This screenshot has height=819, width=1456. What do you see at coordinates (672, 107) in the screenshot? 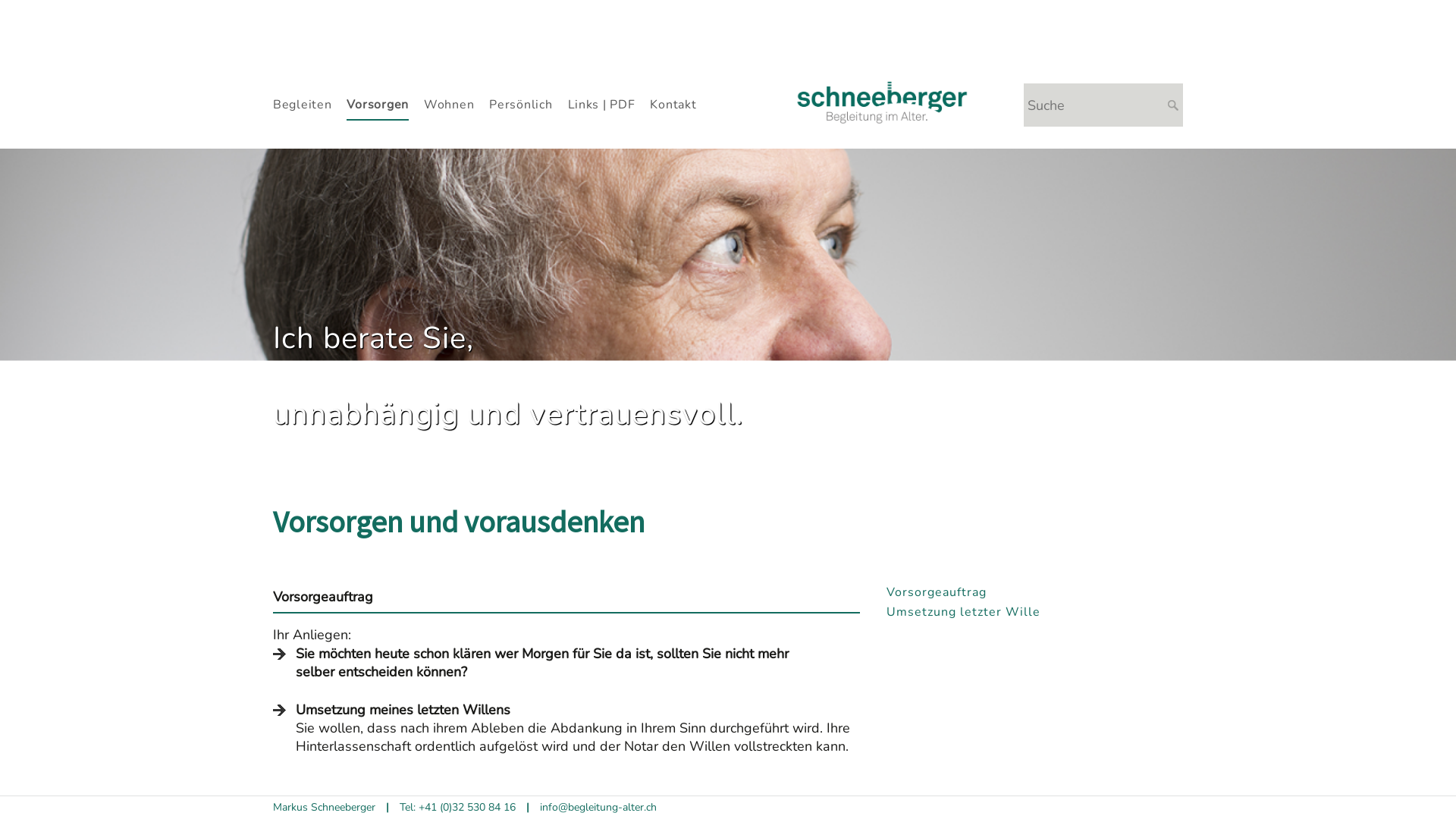
I see `'Kontakt'` at bounding box center [672, 107].